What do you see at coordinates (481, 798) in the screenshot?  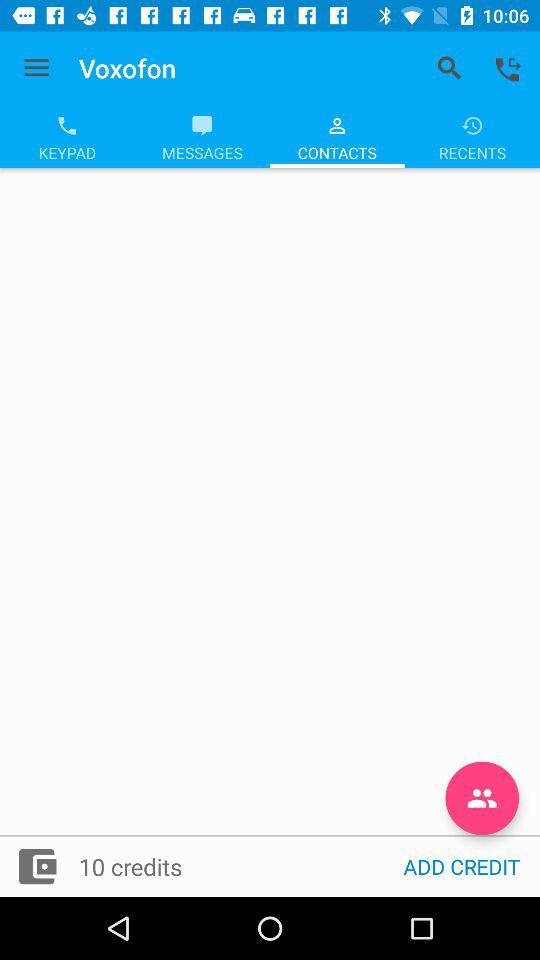 I see `the item below the recents item` at bounding box center [481, 798].